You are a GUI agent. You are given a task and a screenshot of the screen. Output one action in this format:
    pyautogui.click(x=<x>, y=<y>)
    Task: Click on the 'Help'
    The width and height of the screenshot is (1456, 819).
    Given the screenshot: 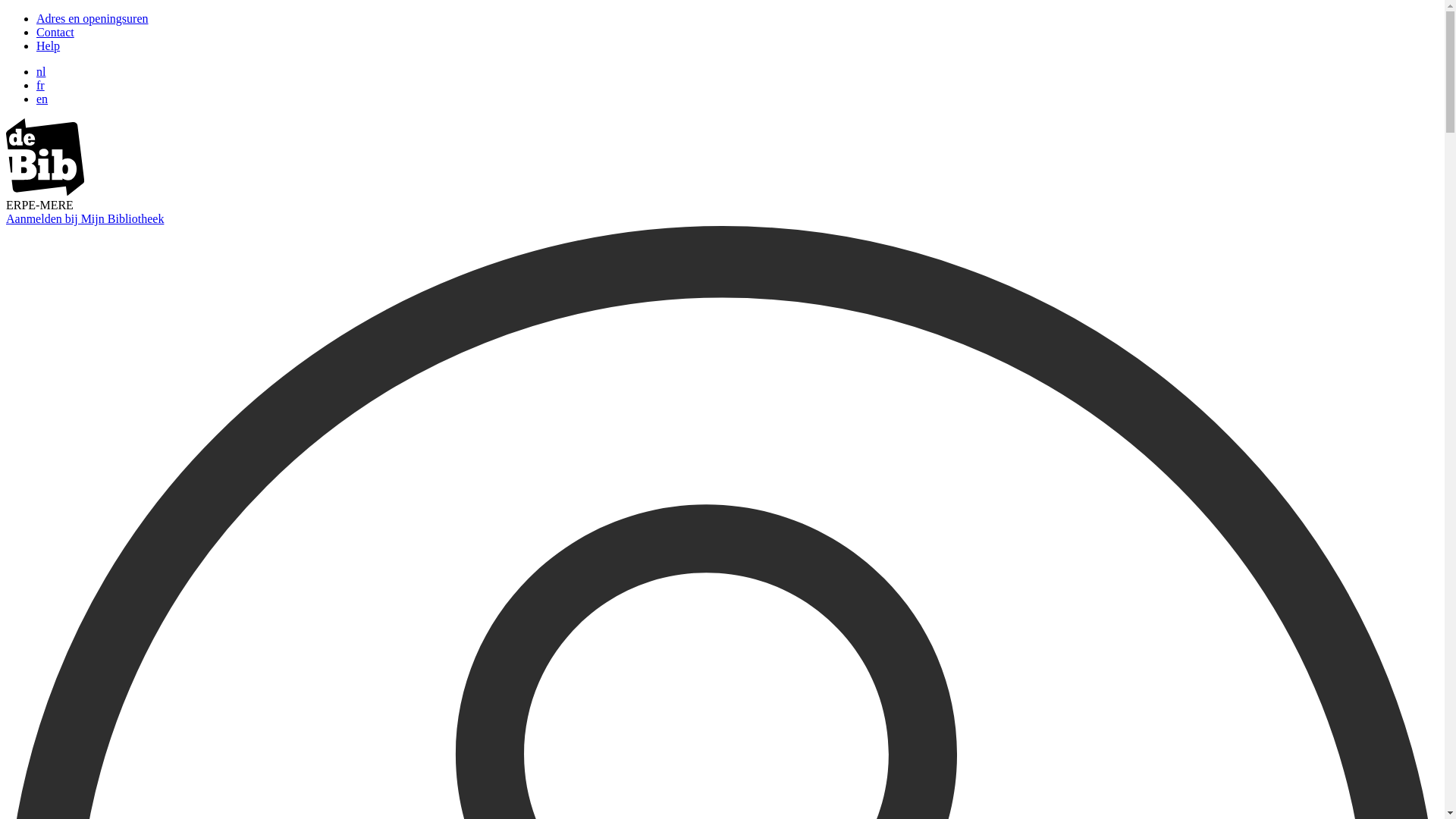 What is the action you would take?
    pyautogui.click(x=48, y=45)
    